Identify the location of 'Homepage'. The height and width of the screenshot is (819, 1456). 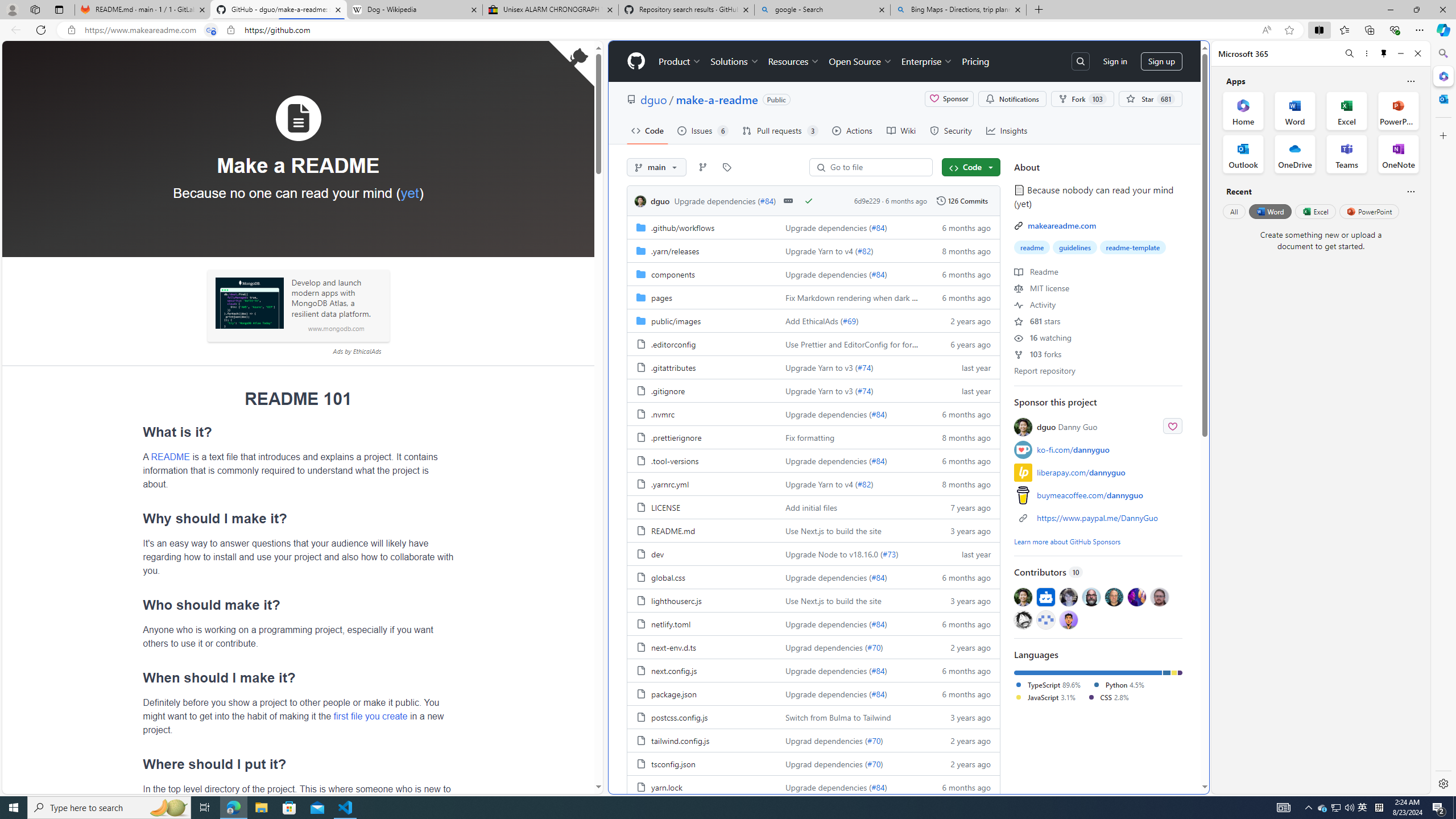
(635, 61).